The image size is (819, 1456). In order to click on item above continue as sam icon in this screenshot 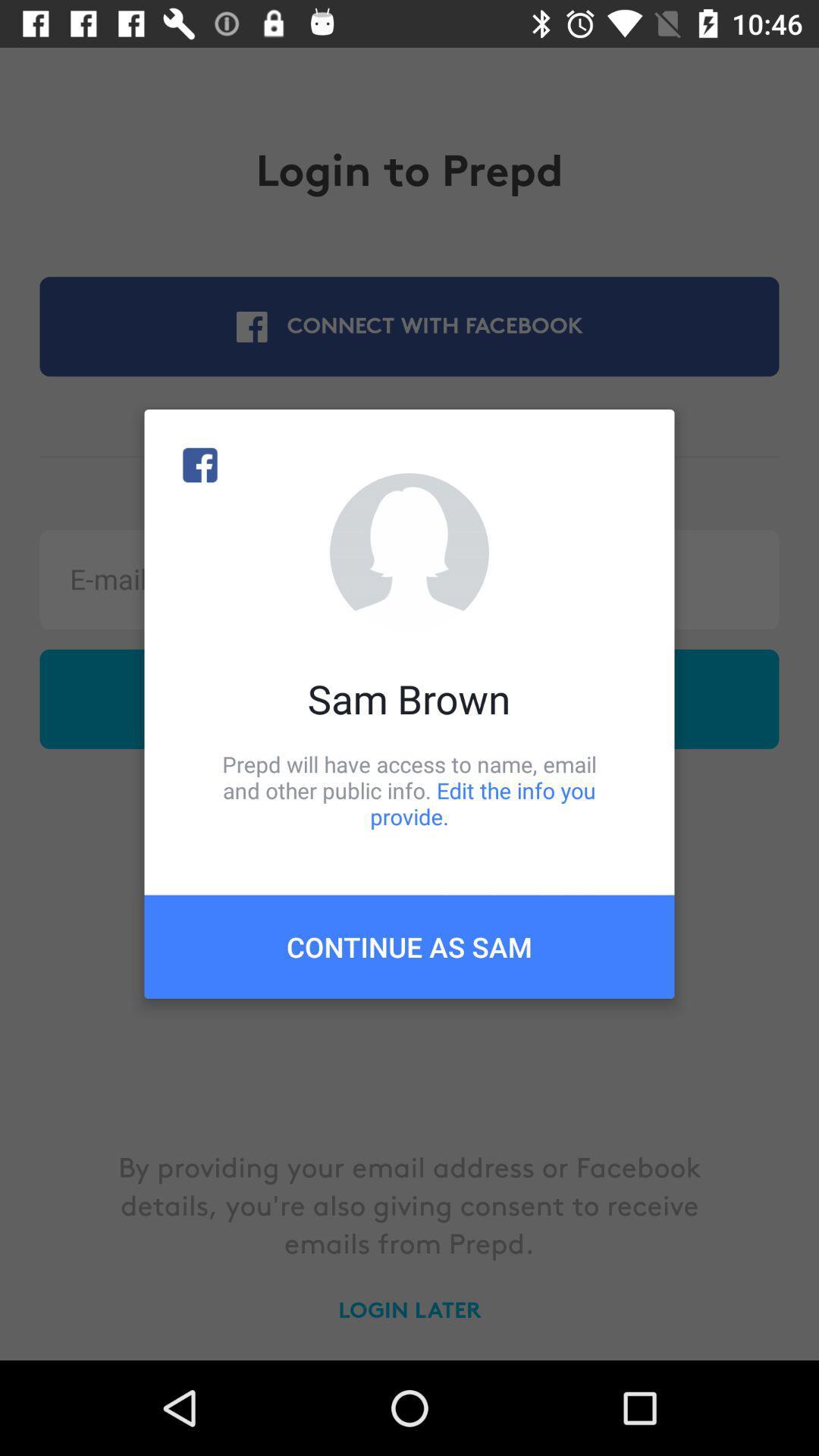, I will do `click(409, 789)`.